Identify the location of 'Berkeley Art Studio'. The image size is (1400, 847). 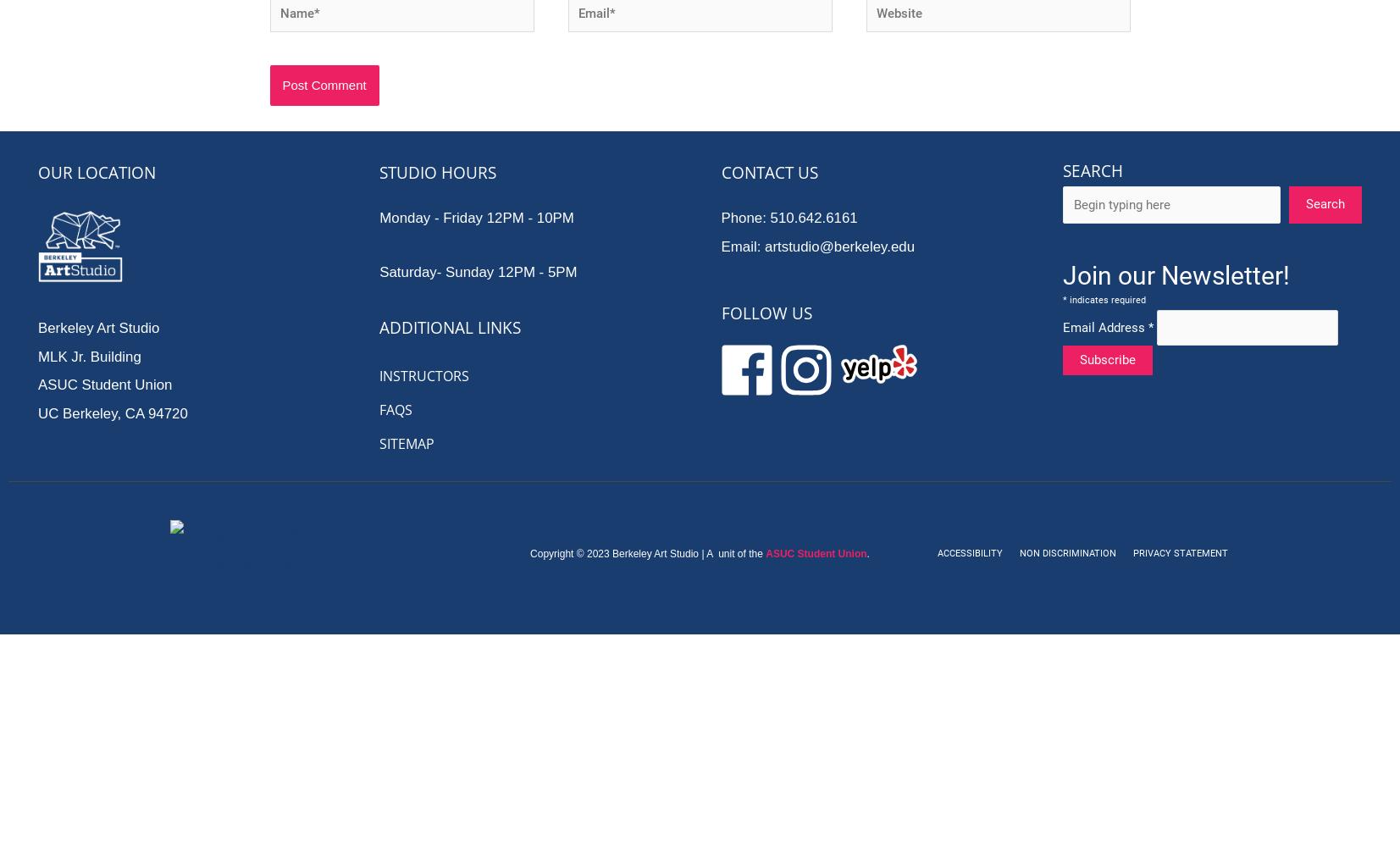
(36, 327).